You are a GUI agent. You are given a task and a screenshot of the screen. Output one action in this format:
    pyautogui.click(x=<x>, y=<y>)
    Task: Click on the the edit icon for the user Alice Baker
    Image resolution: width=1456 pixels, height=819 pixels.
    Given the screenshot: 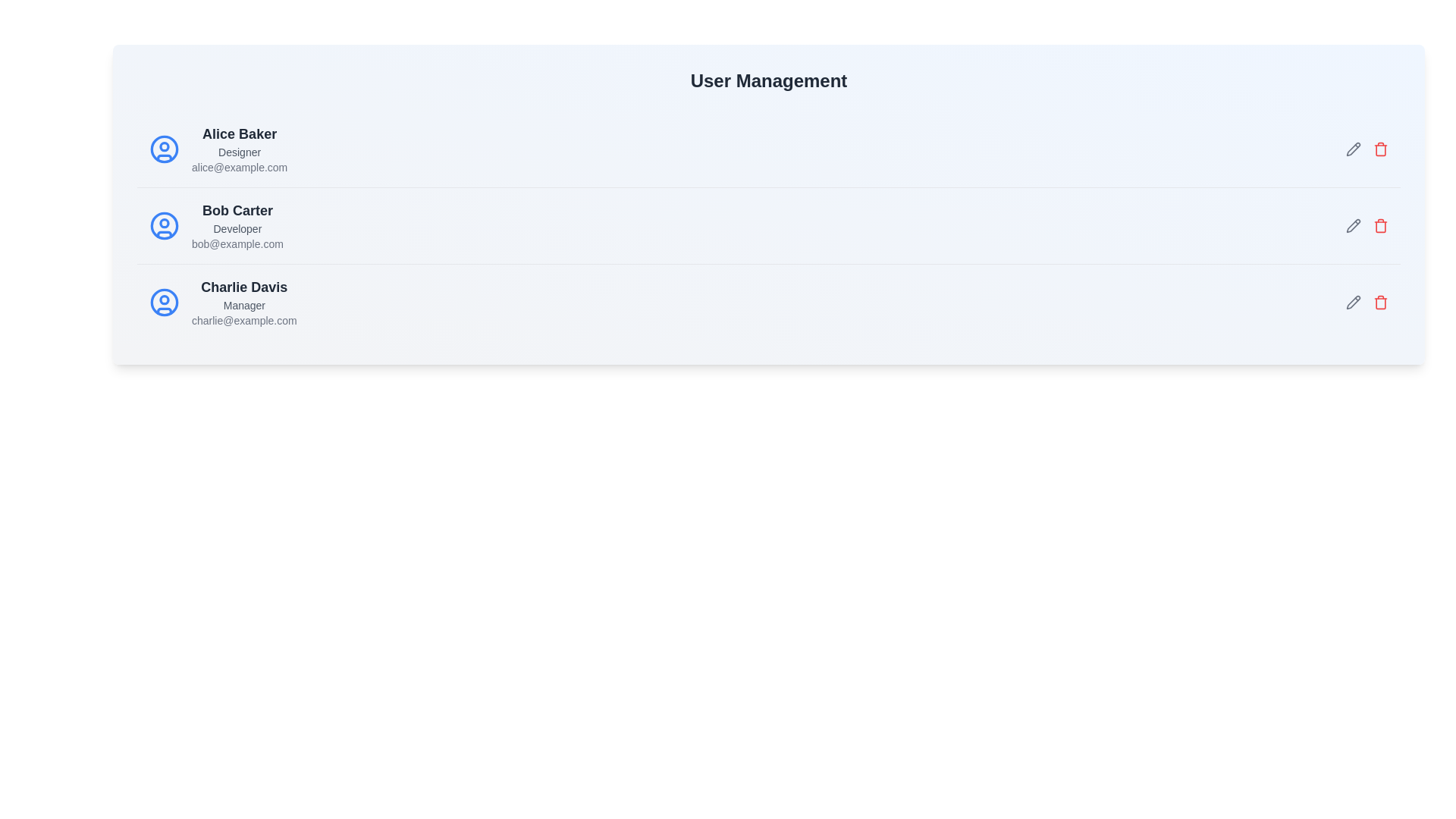 What is the action you would take?
    pyautogui.click(x=1354, y=149)
    